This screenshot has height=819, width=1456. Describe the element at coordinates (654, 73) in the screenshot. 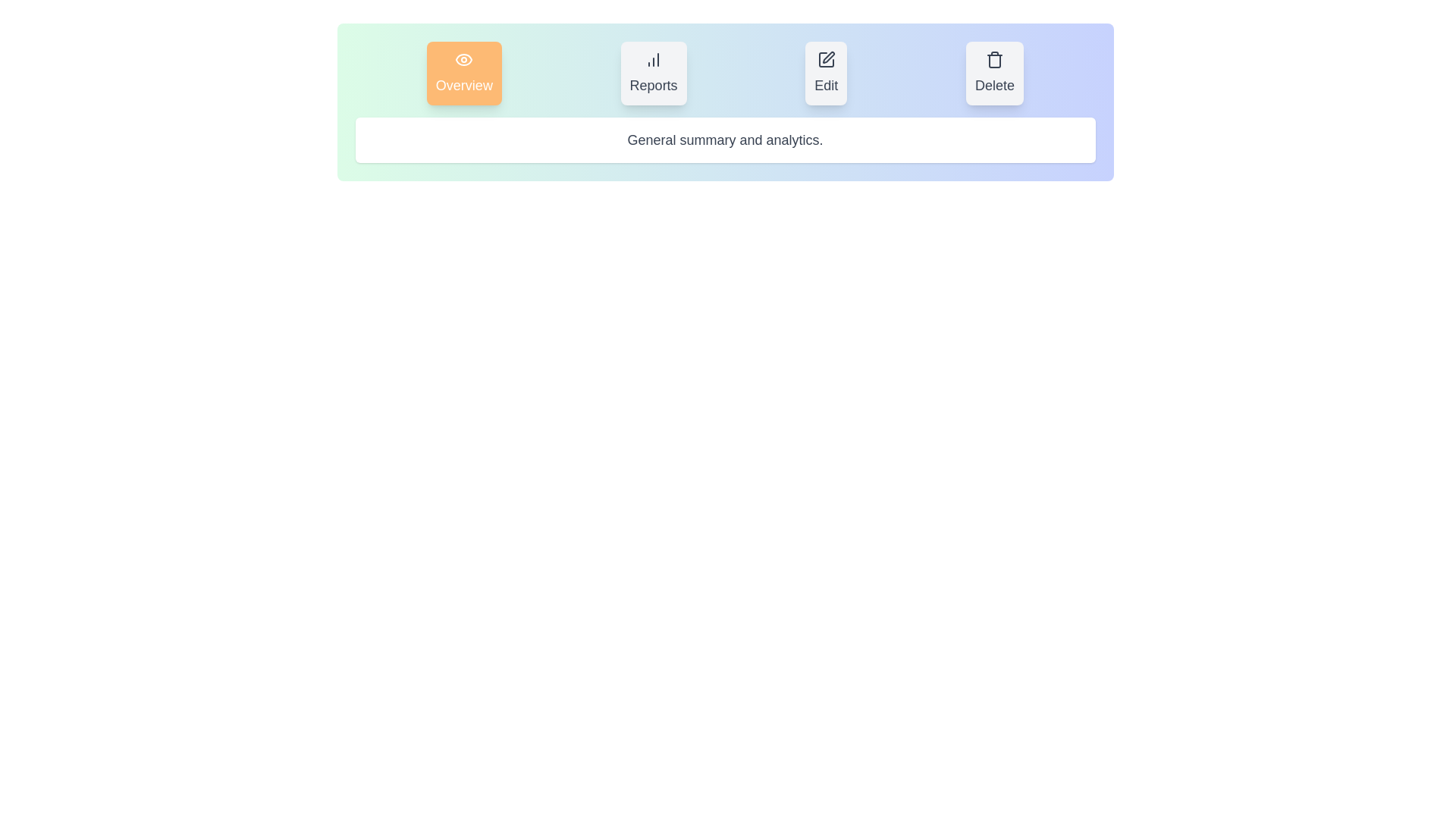

I see `the button labeled Reports to observe its hover effect` at that location.